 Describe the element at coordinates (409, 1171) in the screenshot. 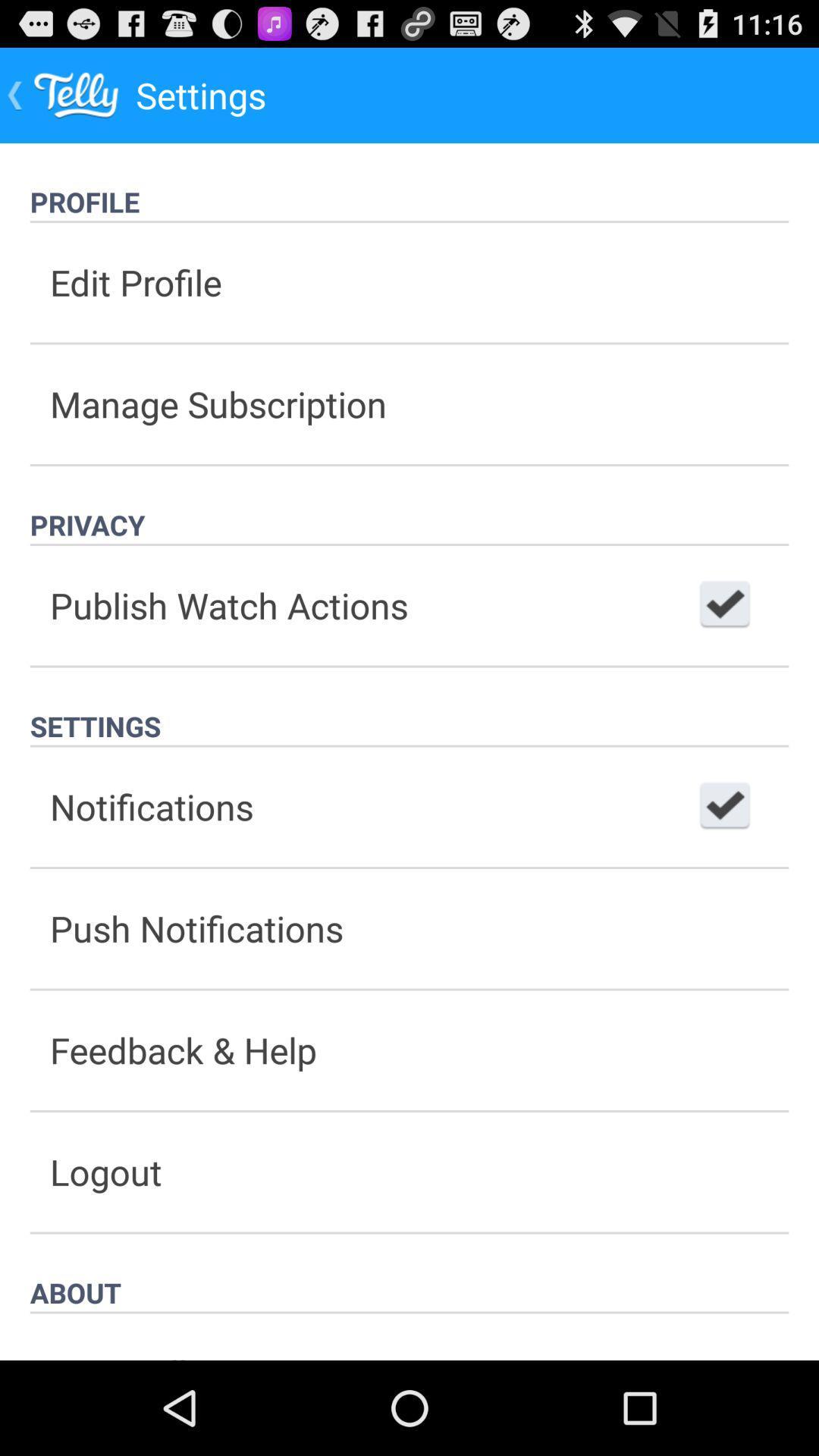

I see `logout button` at that location.